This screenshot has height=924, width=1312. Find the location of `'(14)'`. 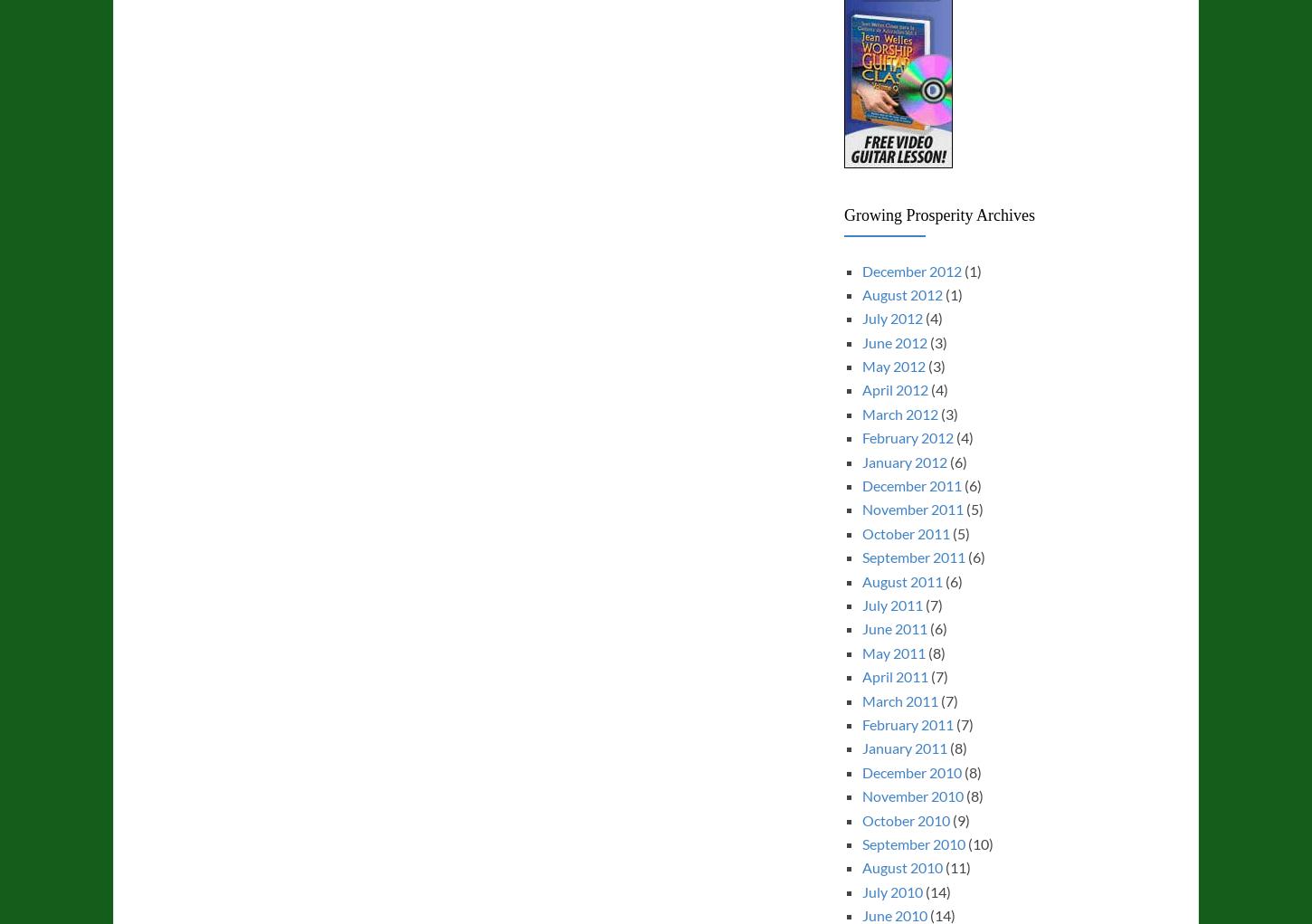

'(14)' is located at coordinates (936, 891).